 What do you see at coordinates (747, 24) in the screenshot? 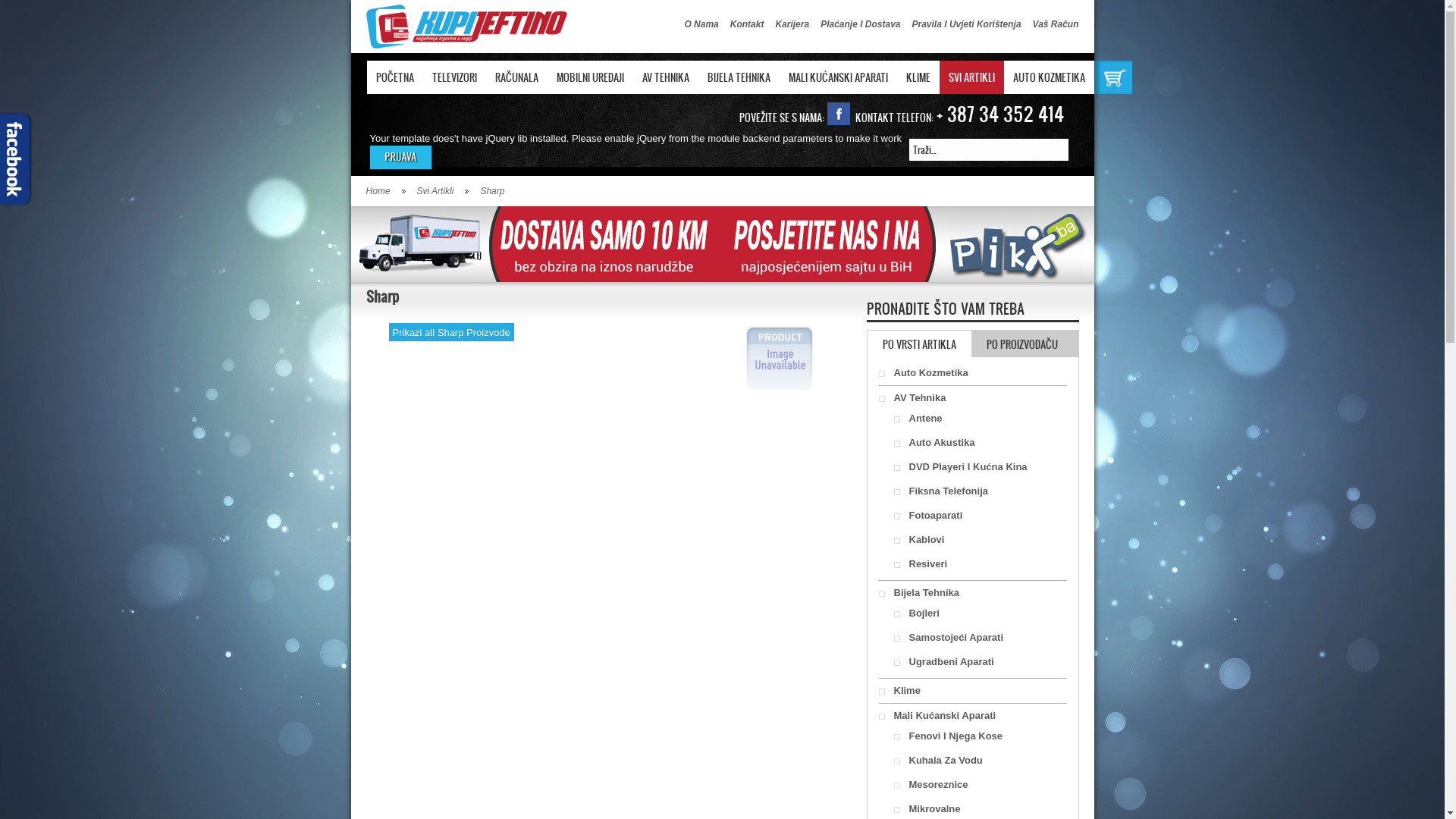
I see `'Kontakt'` at bounding box center [747, 24].